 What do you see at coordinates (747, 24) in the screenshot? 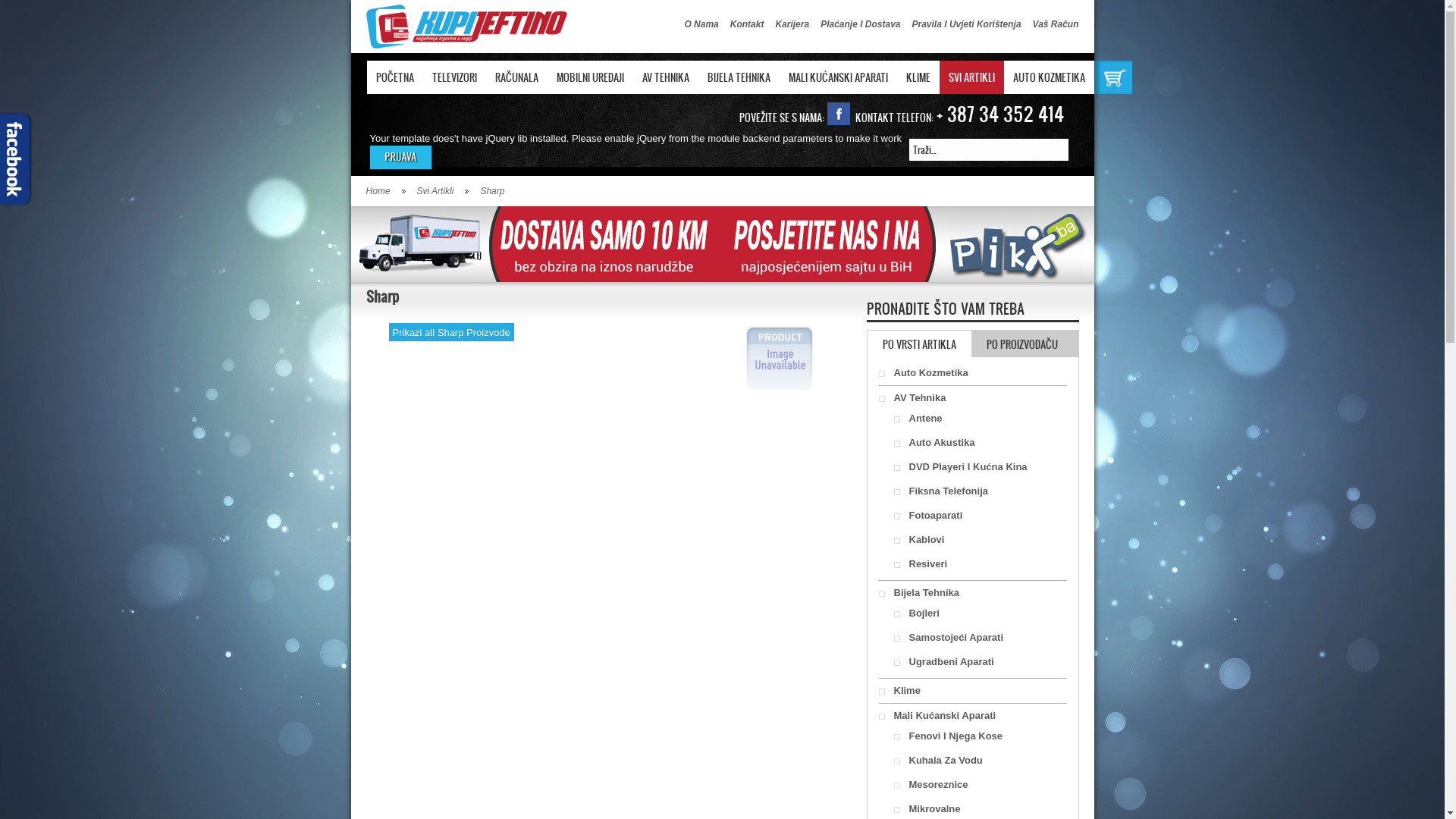
I see `'Kontakt'` at bounding box center [747, 24].